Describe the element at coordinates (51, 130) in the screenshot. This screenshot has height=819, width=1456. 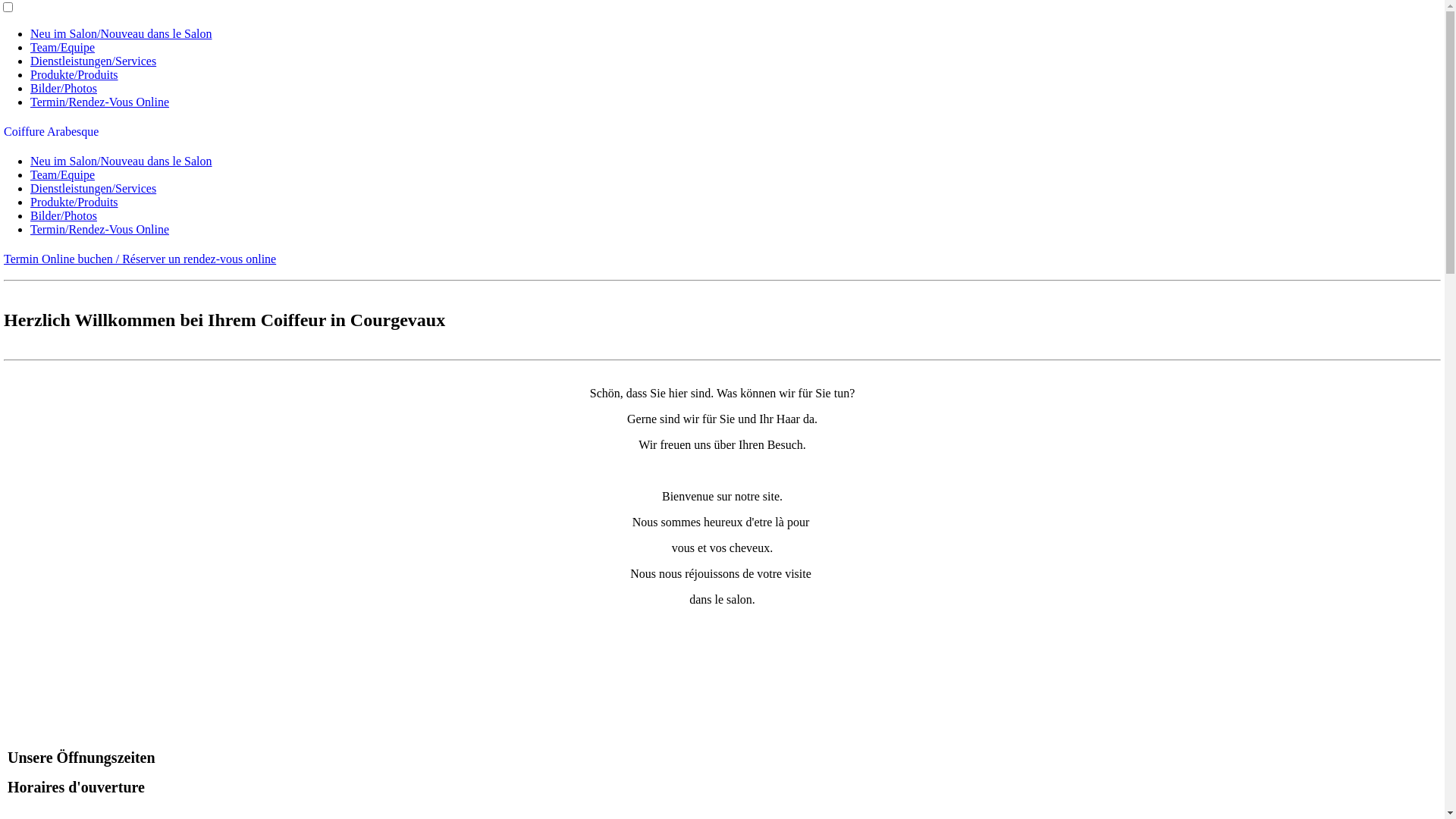
I see `'Coiffure Arabesque'` at that location.